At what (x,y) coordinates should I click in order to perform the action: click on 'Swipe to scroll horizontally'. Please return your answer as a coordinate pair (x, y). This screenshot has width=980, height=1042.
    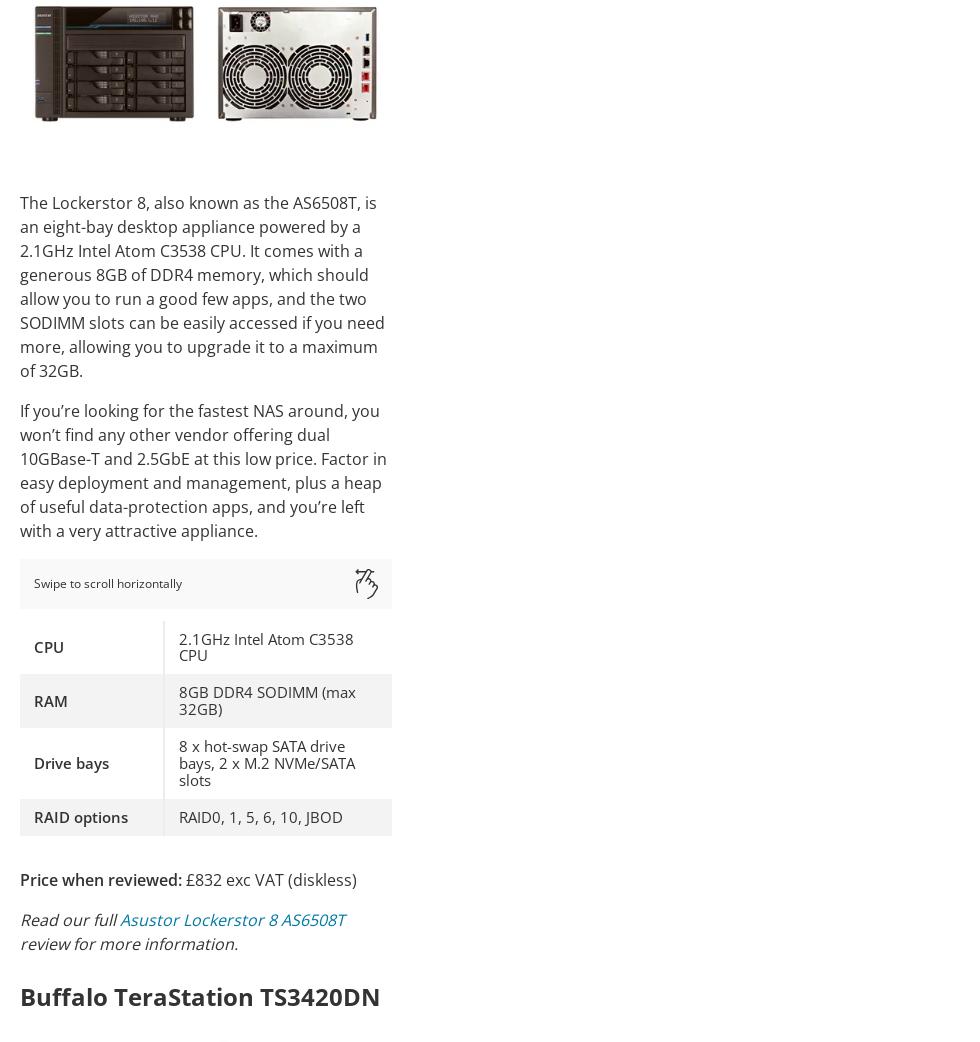
    Looking at the image, I should click on (107, 581).